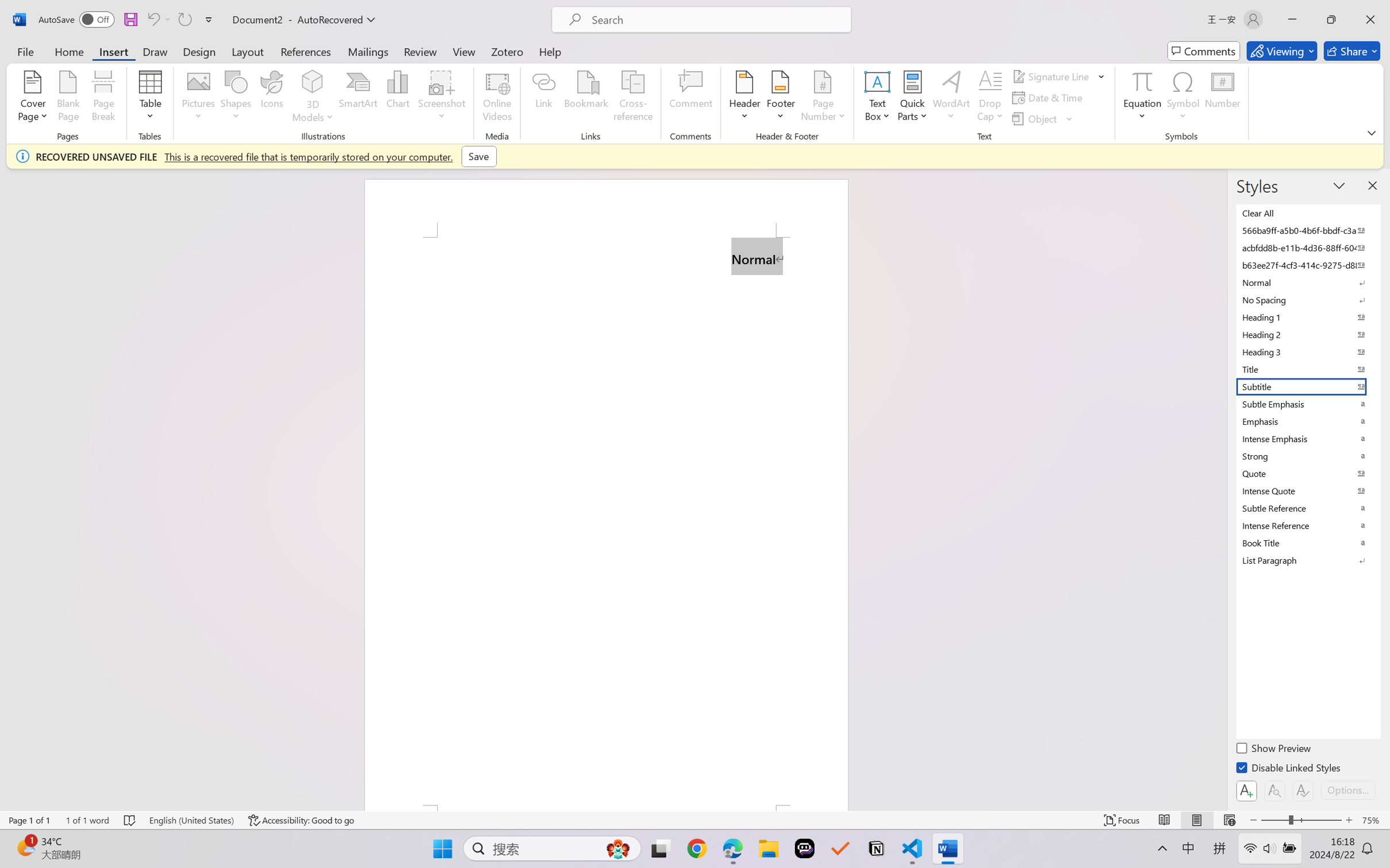 The width and height of the screenshot is (1390, 868). I want to click on 'Subtitle', so click(1307, 386).